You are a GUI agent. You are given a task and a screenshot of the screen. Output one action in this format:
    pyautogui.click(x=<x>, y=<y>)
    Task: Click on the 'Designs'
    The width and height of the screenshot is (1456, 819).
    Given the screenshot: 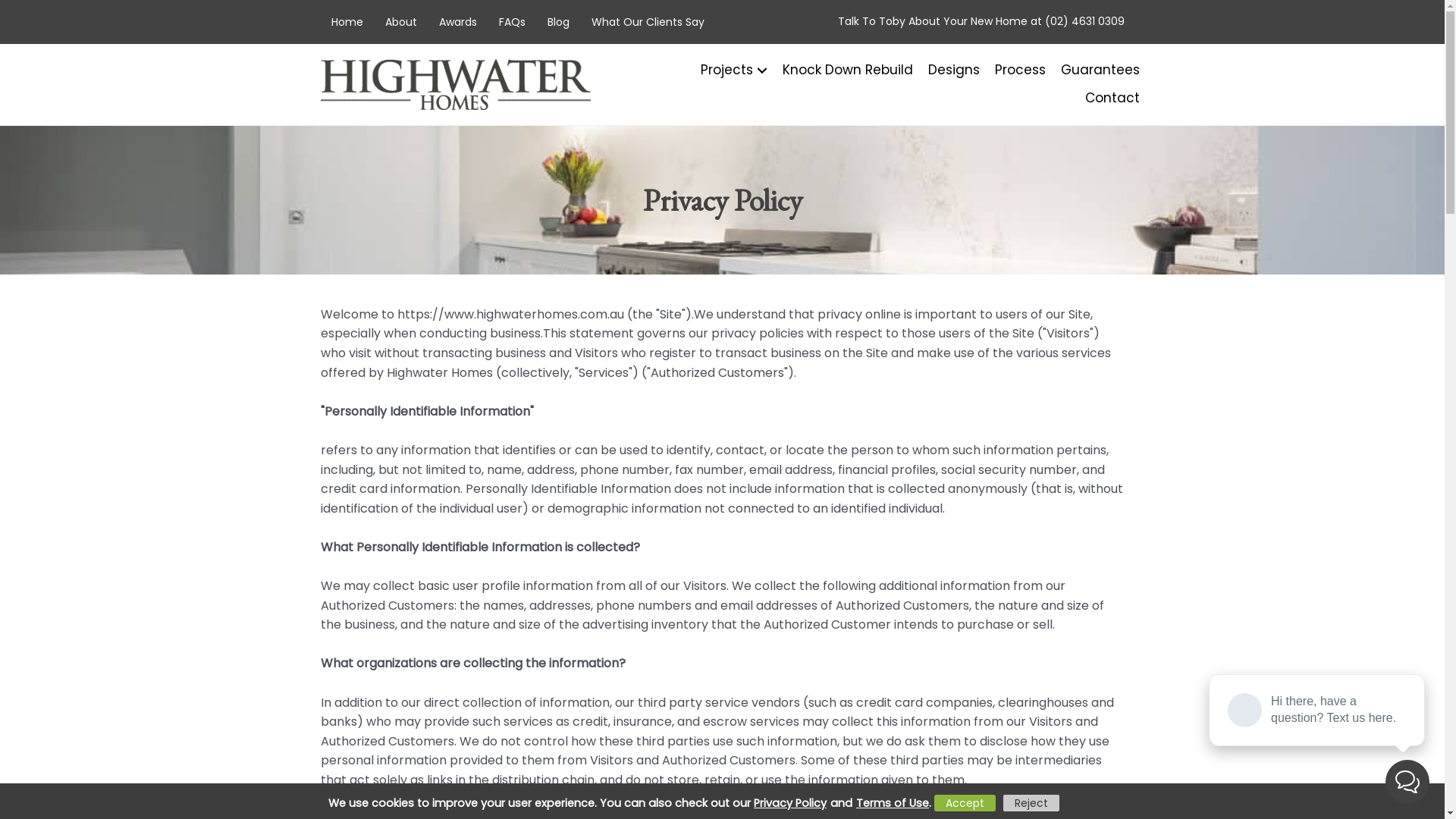 What is the action you would take?
    pyautogui.click(x=945, y=70)
    